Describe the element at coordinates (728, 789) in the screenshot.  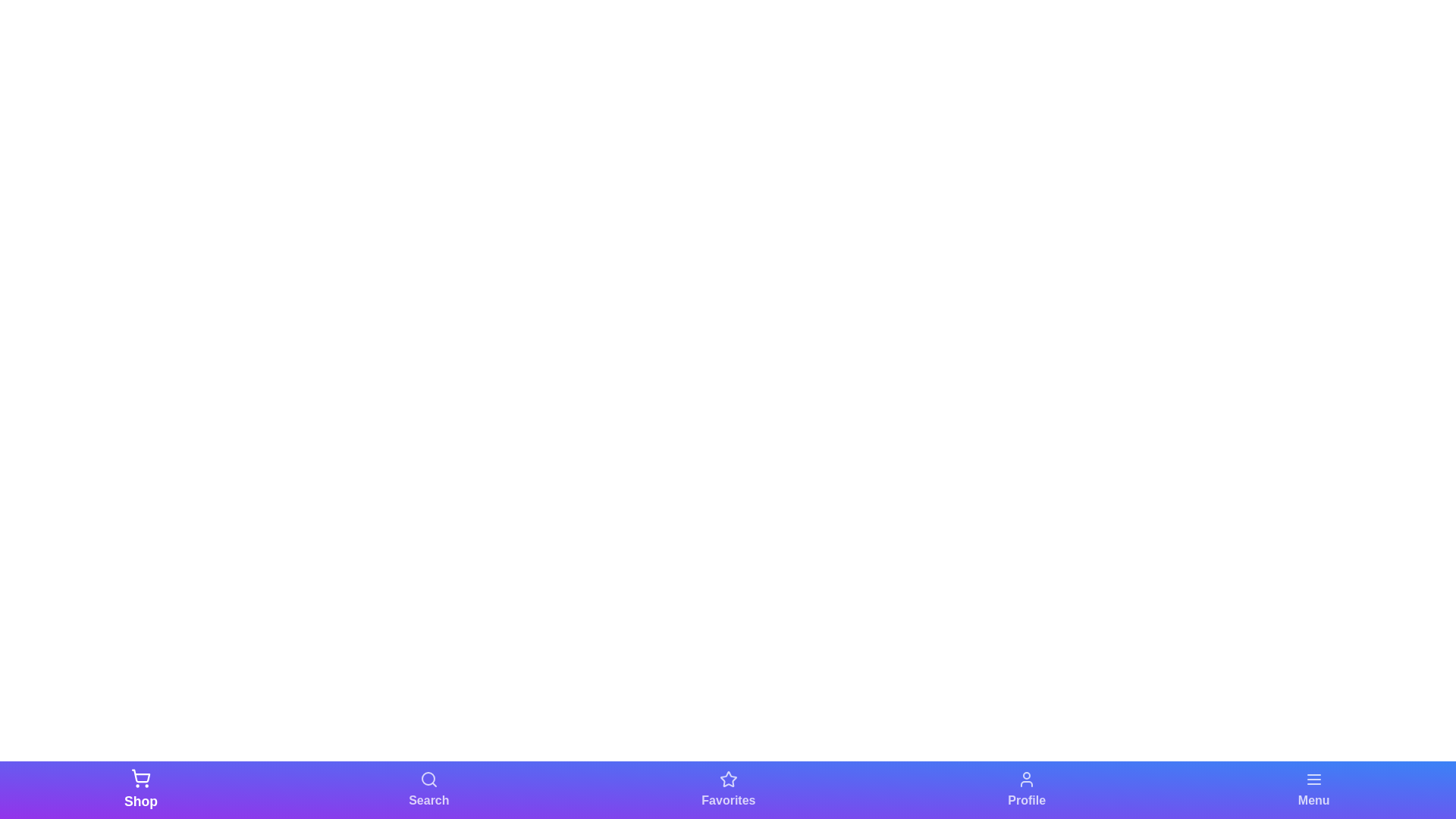
I see `the navigation bar element labeled Favorites` at that location.